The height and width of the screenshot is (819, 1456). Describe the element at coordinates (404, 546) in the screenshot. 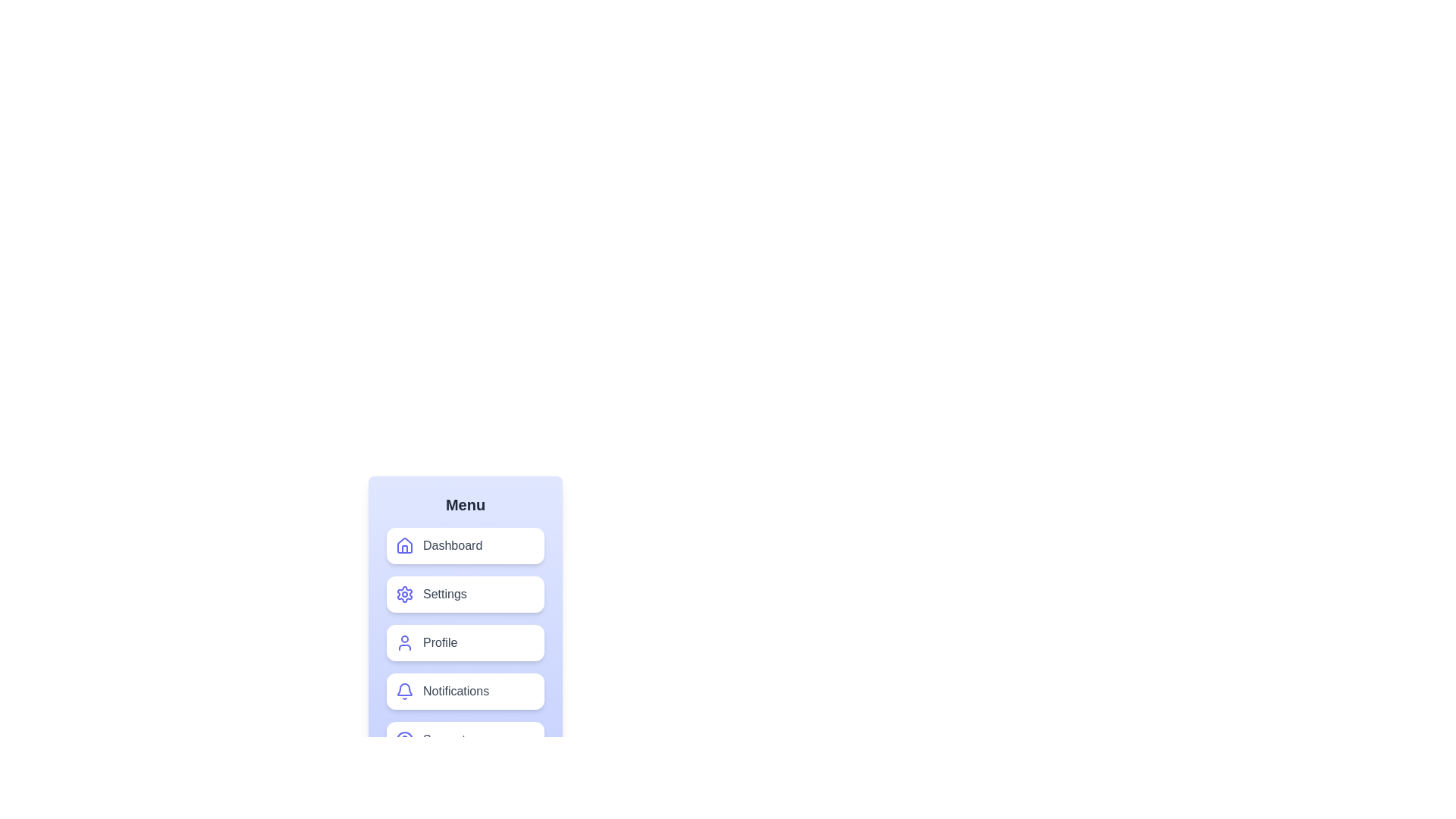

I see `the house outline icon located on the left side of the 'Dashboard' button in the vertical menu` at that location.